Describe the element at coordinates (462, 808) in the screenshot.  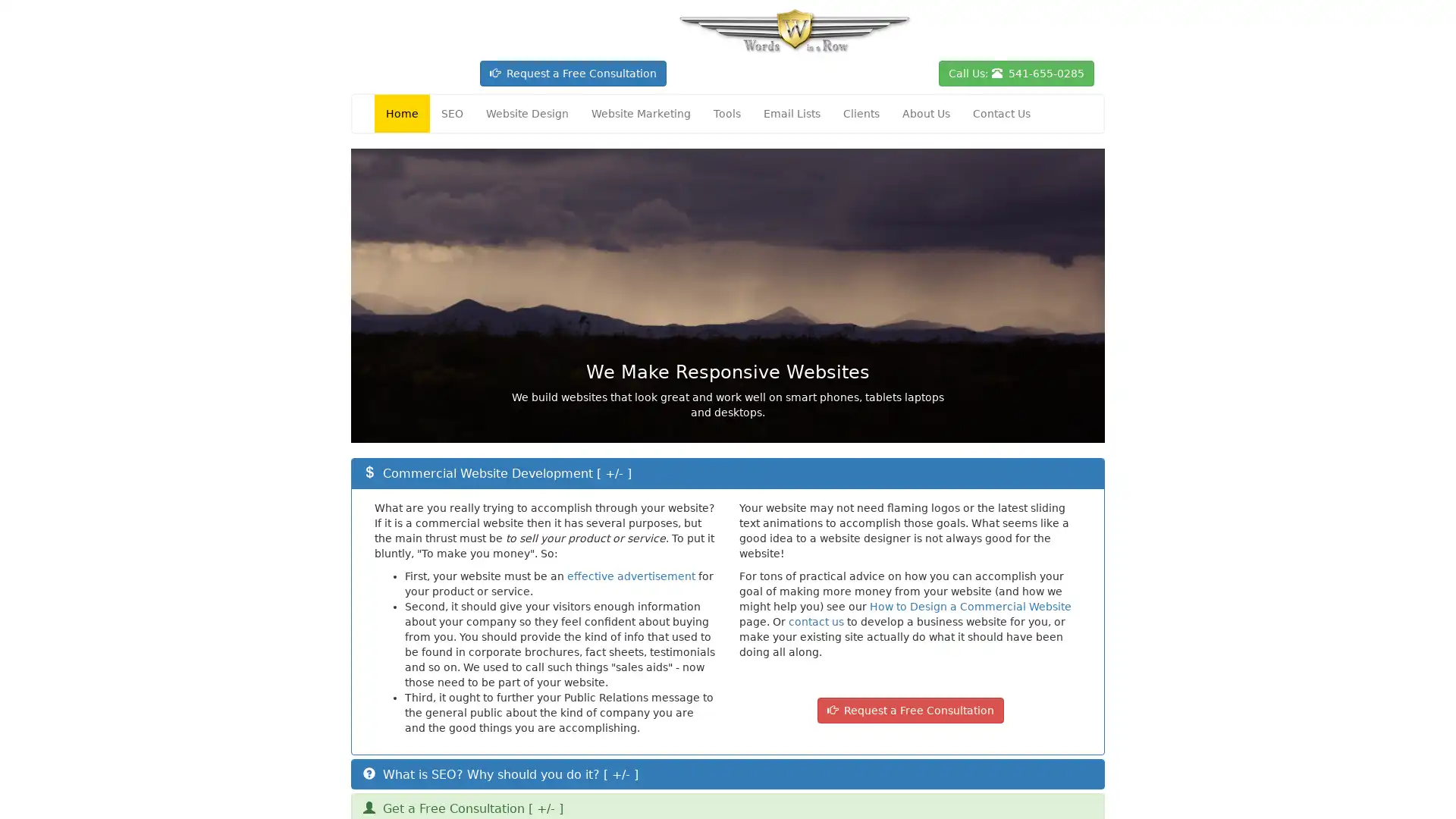
I see `Get a Free Consultation [ +/- ]` at that location.